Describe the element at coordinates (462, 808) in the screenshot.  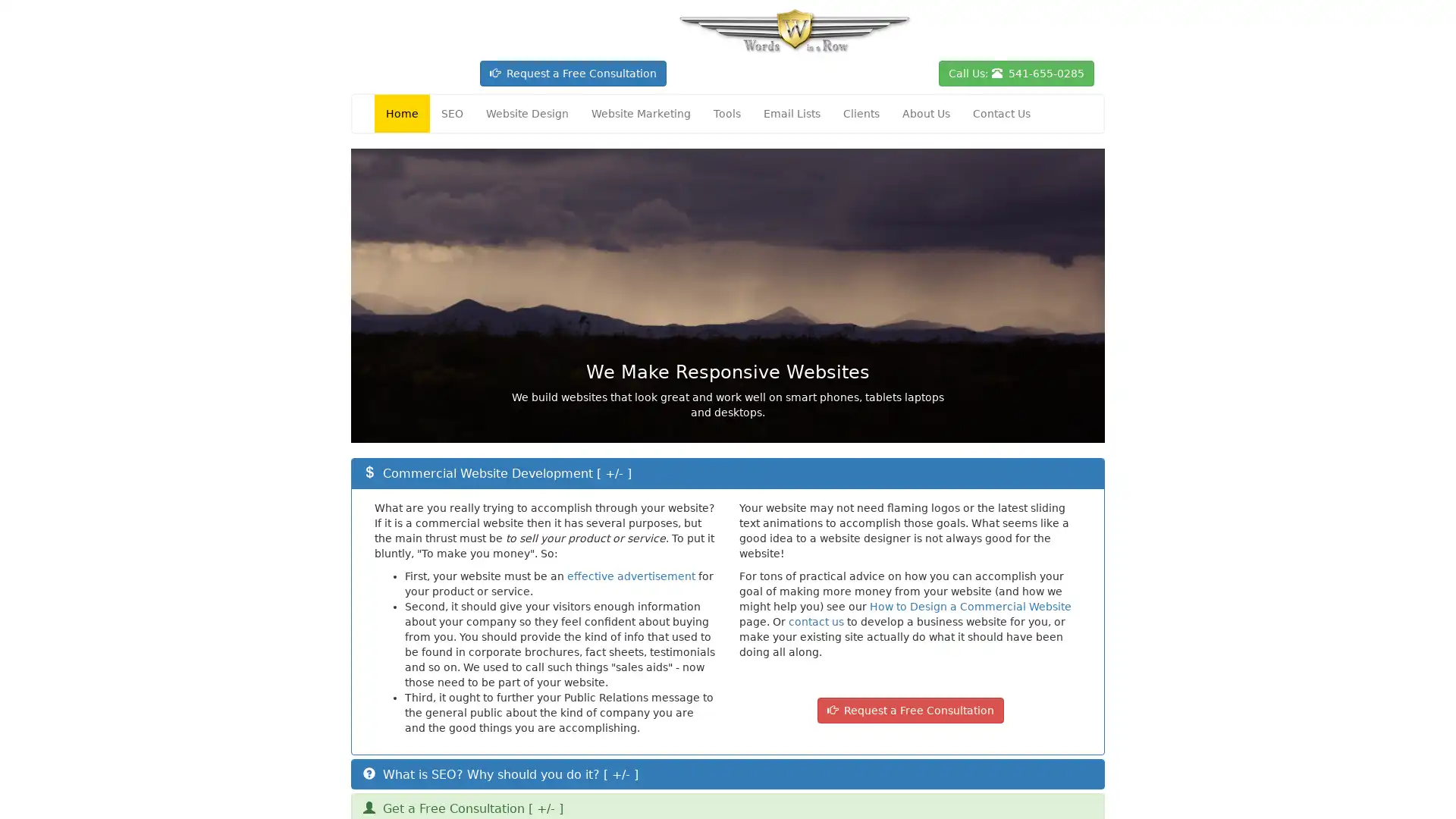
I see `Get a Free Consultation [ +/- ]` at that location.